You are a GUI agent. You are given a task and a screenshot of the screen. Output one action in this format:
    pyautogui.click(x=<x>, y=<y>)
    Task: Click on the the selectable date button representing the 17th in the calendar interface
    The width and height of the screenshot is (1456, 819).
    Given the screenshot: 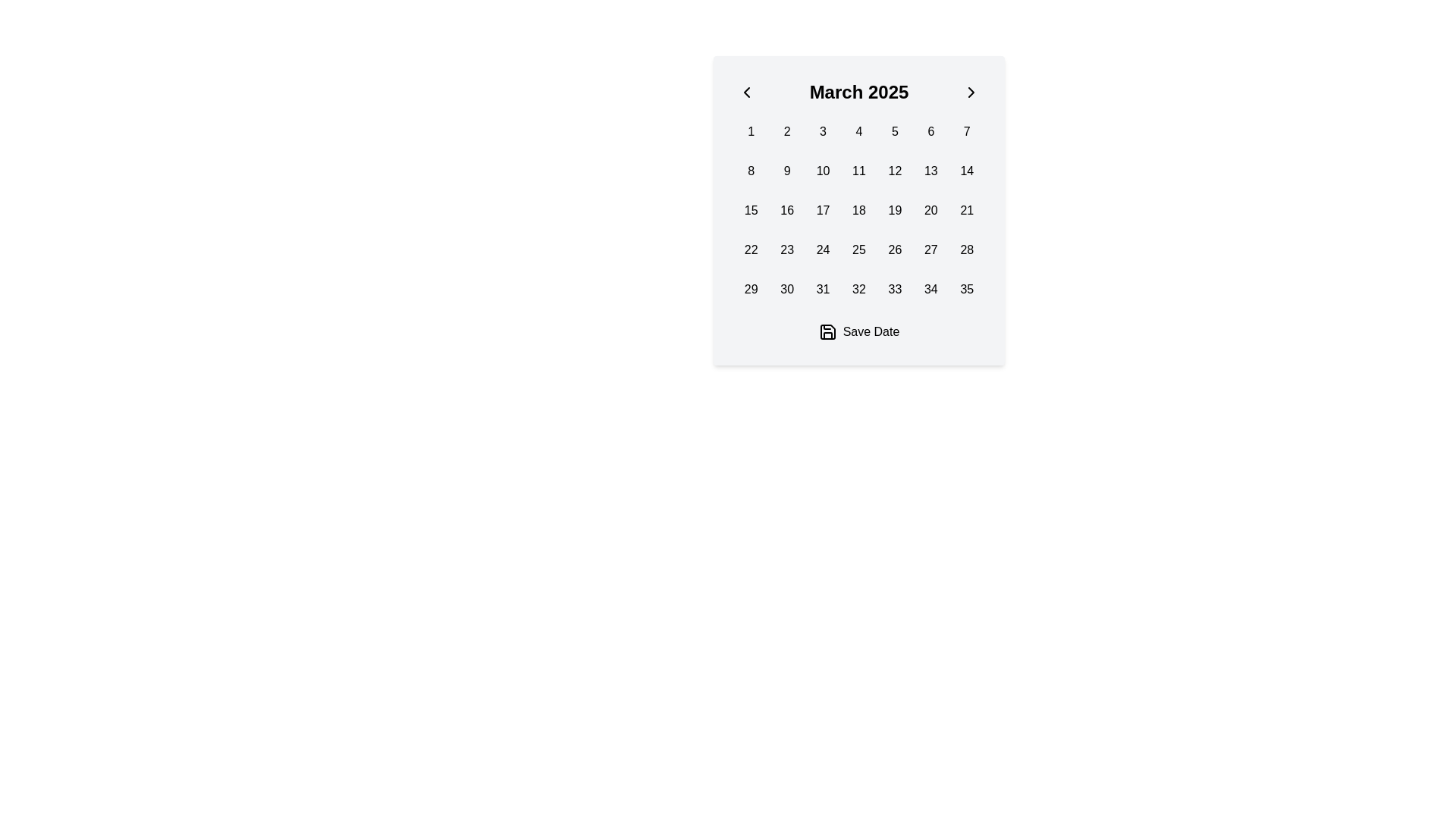 What is the action you would take?
    pyautogui.click(x=822, y=210)
    